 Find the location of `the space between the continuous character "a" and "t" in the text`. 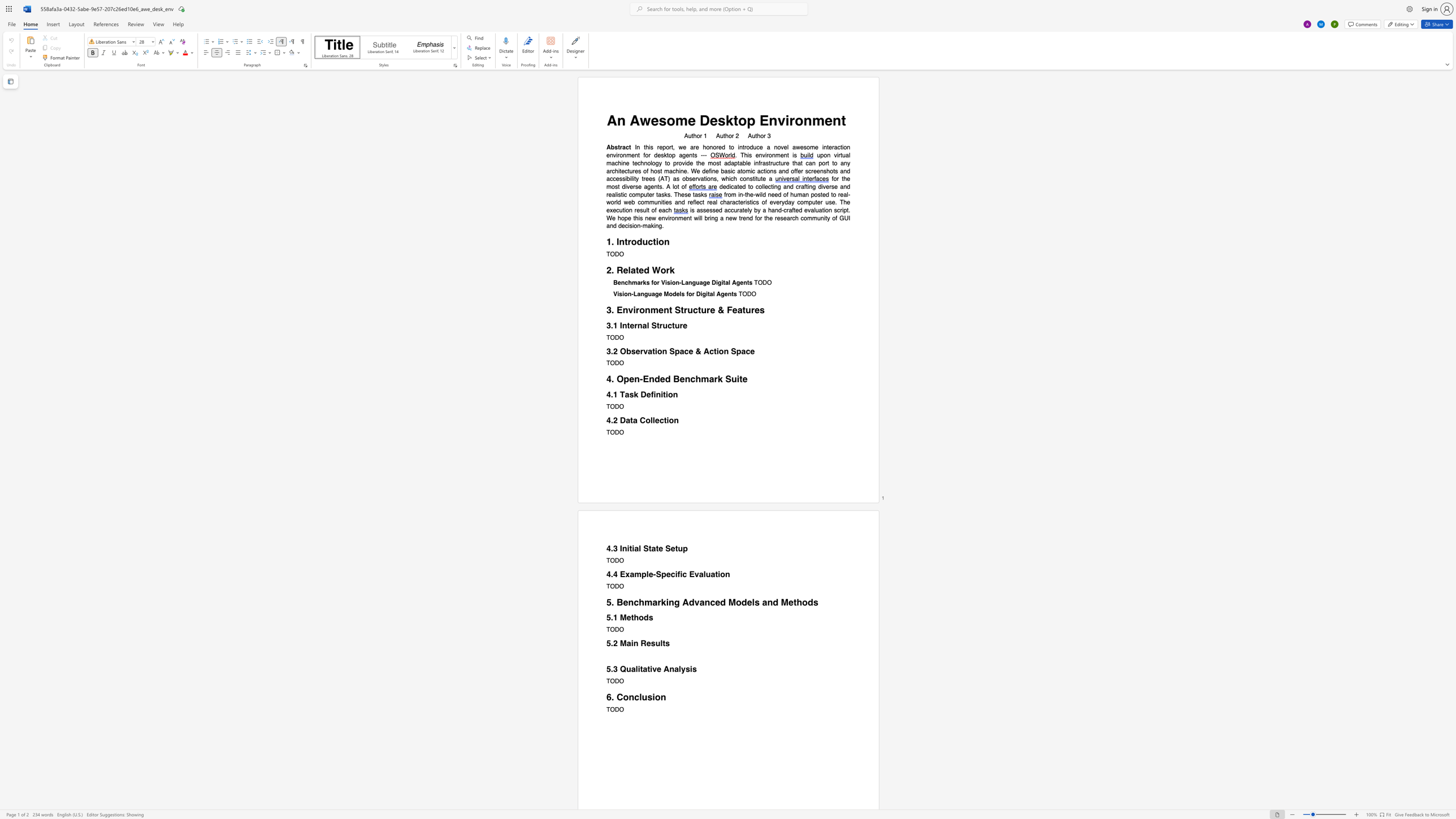

the space between the continuous character "a" and "t" in the text is located at coordinates (736, 186).